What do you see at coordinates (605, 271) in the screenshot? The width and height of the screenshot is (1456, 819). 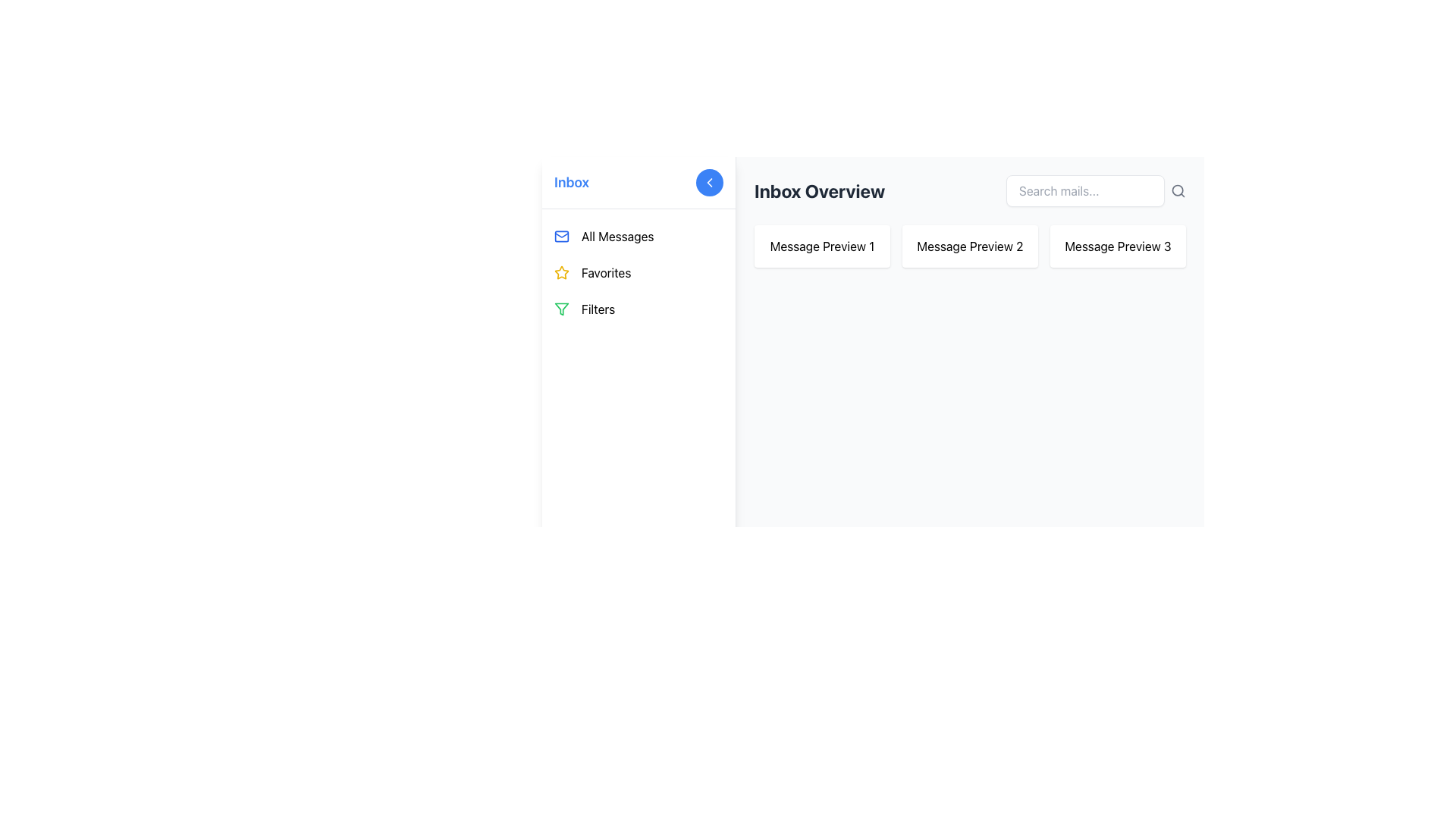 I see `the 'Favorites' text label in the navigation menu` at bounding box center [605, 271].